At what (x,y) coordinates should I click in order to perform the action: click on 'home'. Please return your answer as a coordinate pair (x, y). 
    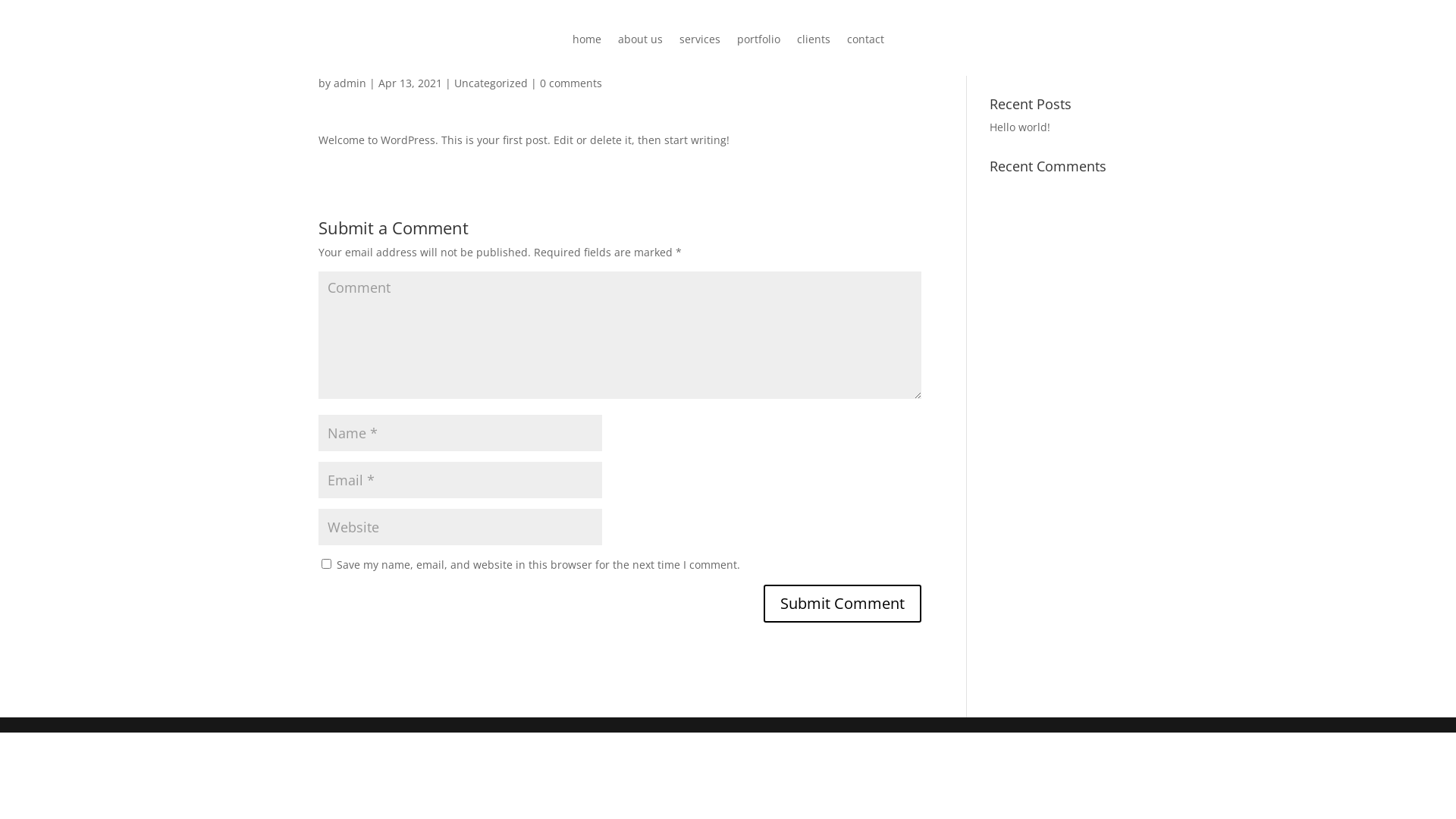
    Looking at the image, I should click on (585, 42).